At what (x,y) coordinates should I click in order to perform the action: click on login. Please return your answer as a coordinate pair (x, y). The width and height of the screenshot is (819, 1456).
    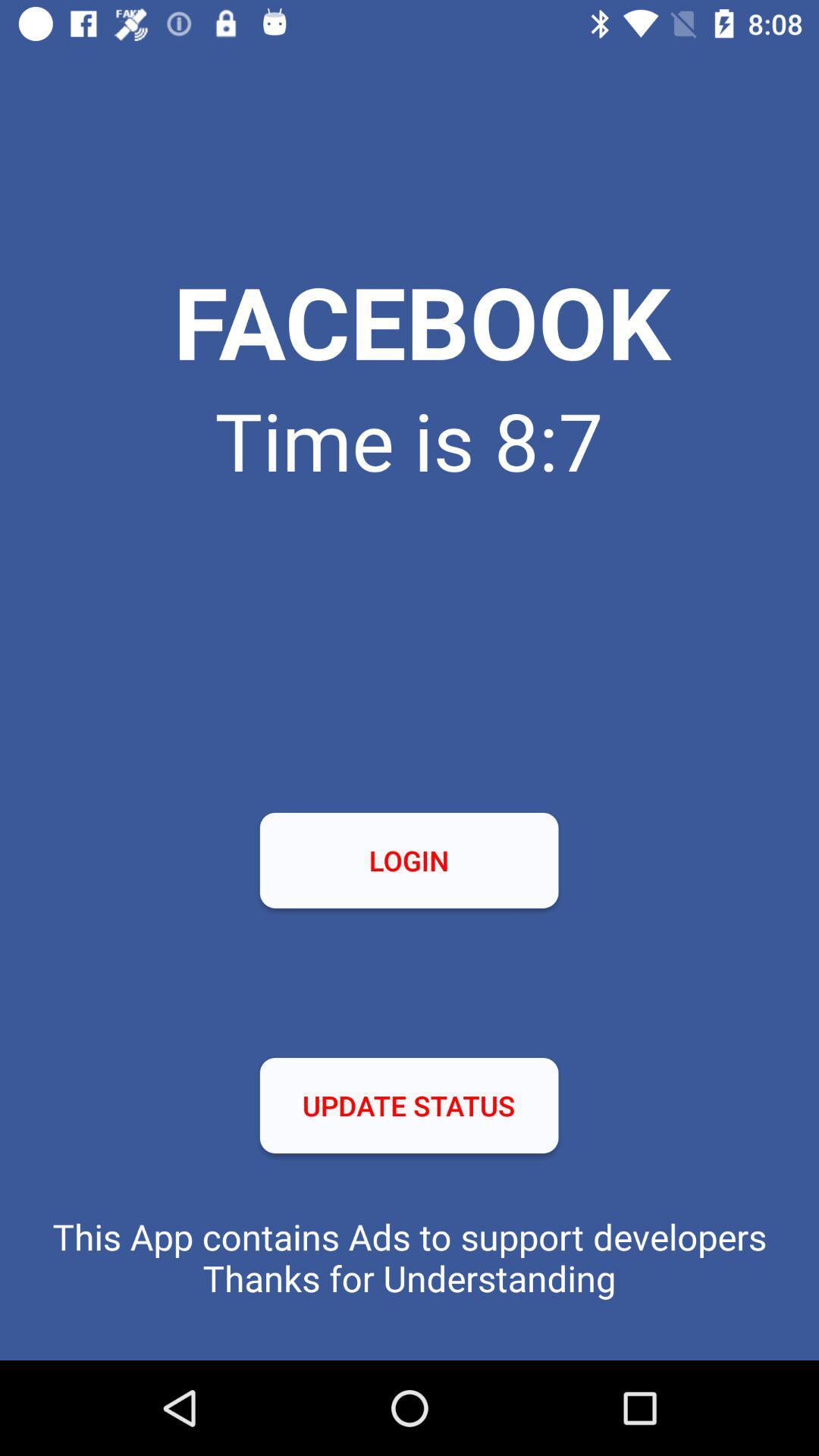
    Looking at the image, I should click on (408, 860).